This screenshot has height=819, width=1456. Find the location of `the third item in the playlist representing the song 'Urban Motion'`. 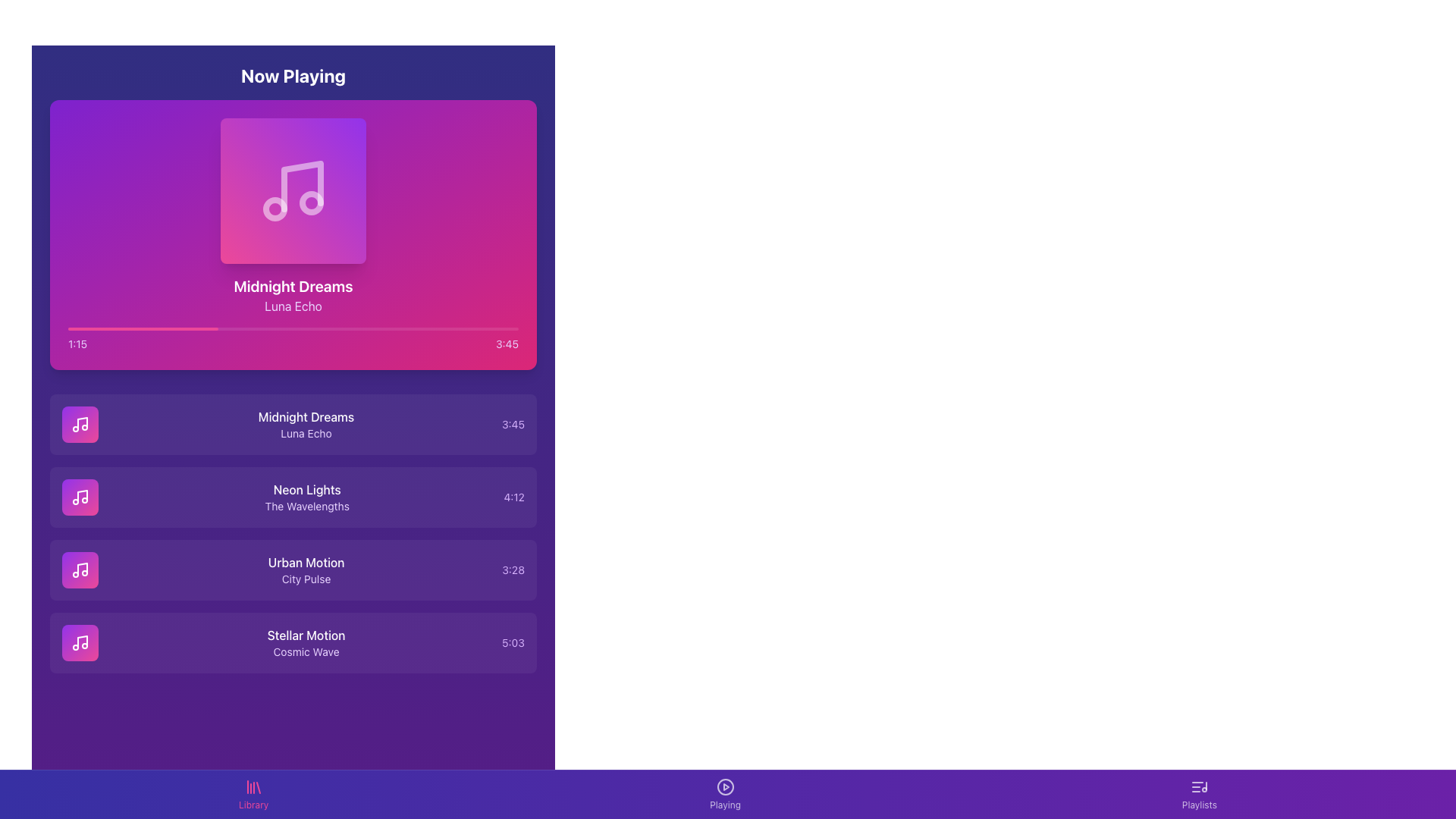

the third item in the playlist representing the song 'Urban Motion' is located at coordinates (293, 570).